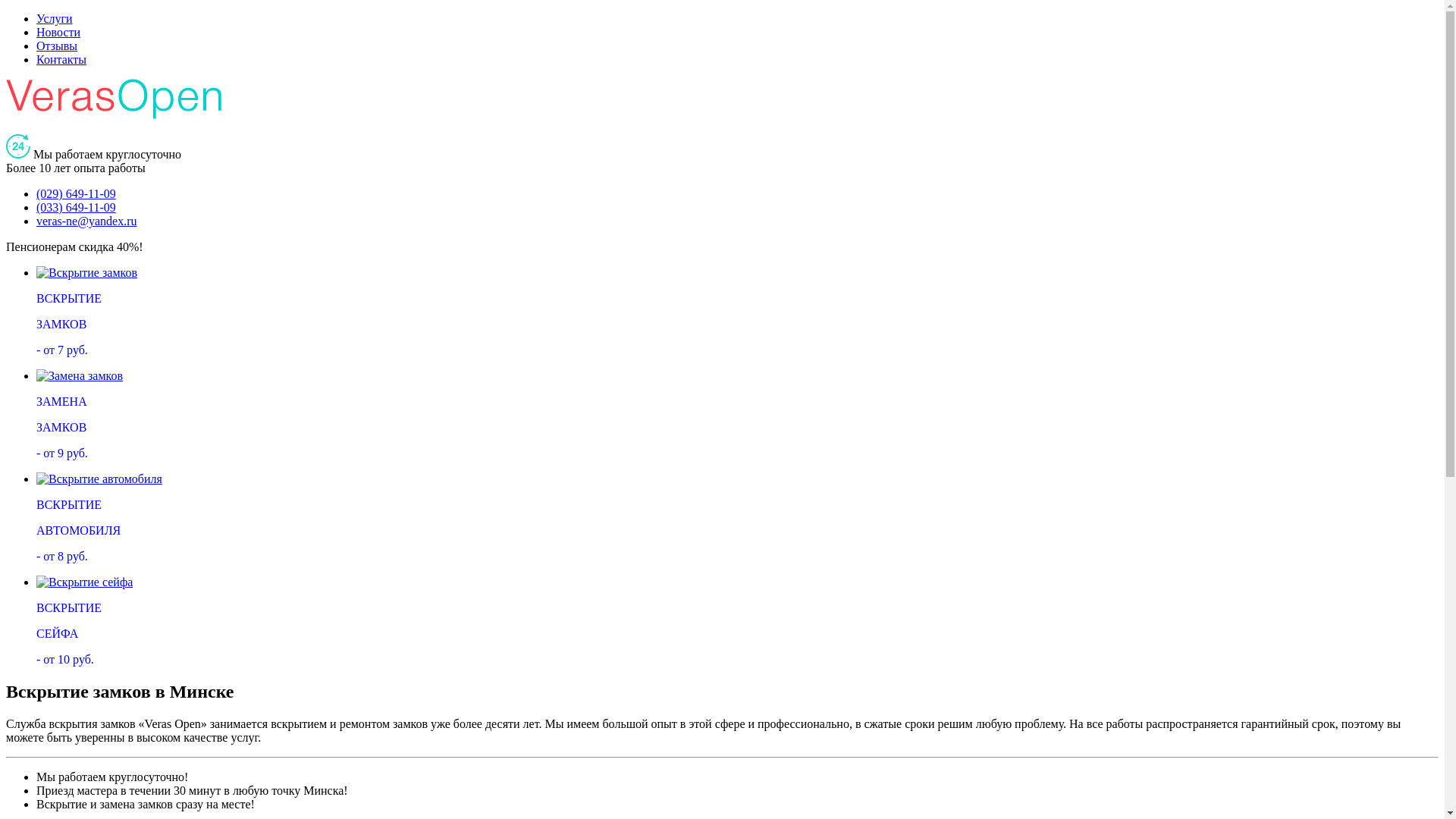 The width and height of the screenshot is (1456, 819). I want to click on '(033) 649-11-09', so click(75, 207).